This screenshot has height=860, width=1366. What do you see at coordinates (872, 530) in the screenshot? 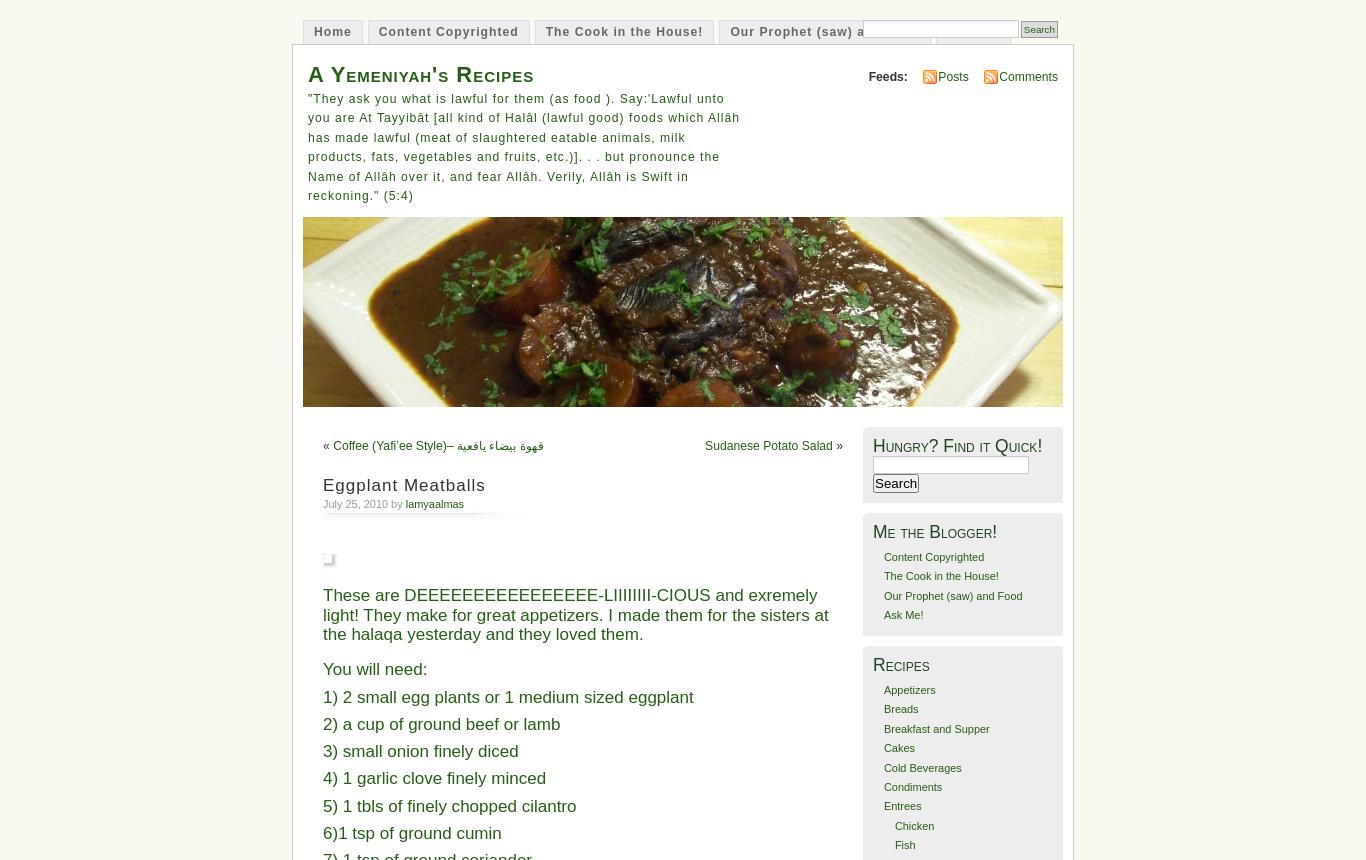
I see `'Me the Blogger!'` at bounding box center [872, 530].